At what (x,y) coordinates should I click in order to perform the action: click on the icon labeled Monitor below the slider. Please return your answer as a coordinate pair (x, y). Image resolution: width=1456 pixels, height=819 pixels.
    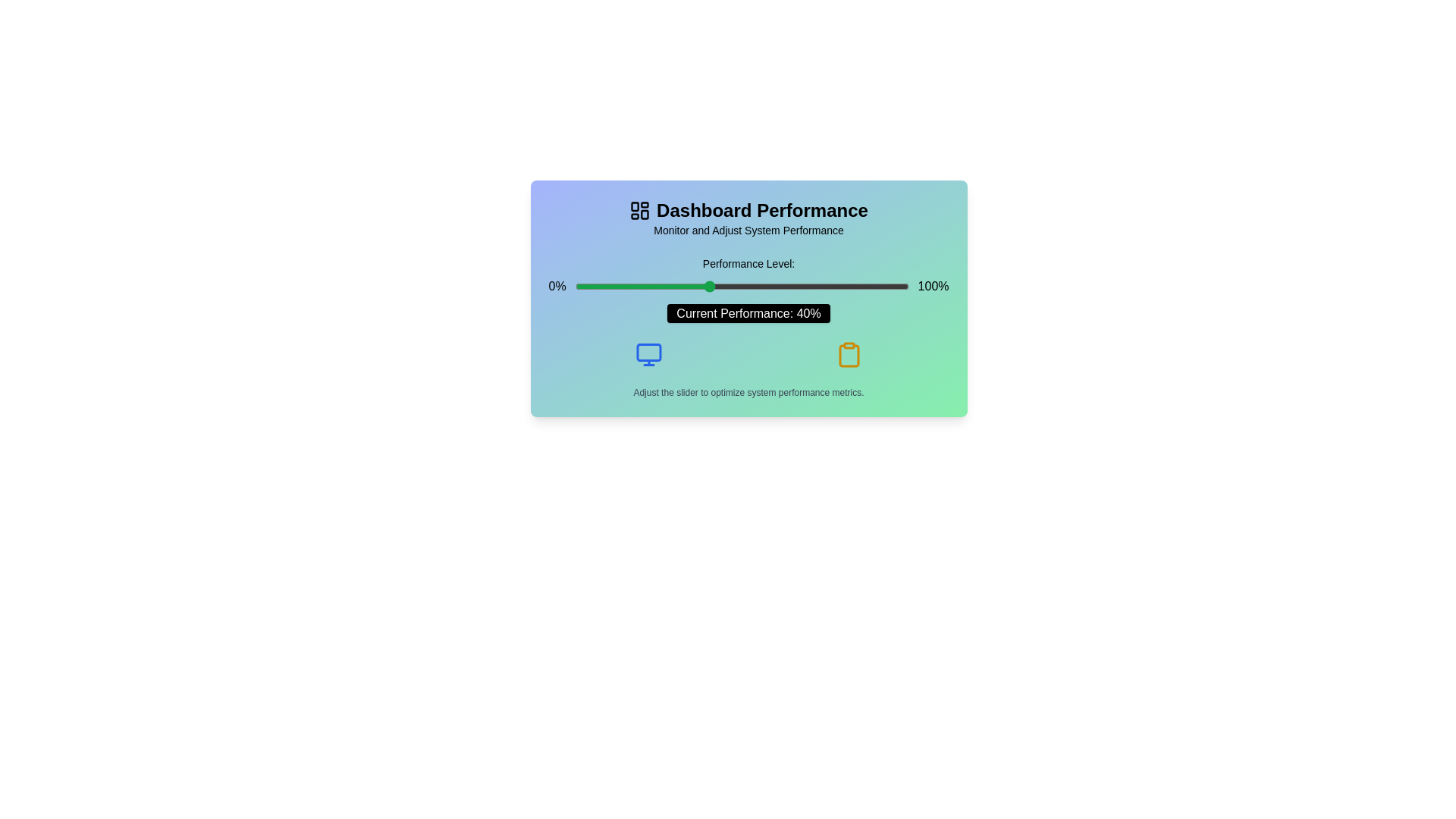
    Looking at the image, I should click on (648, 354).